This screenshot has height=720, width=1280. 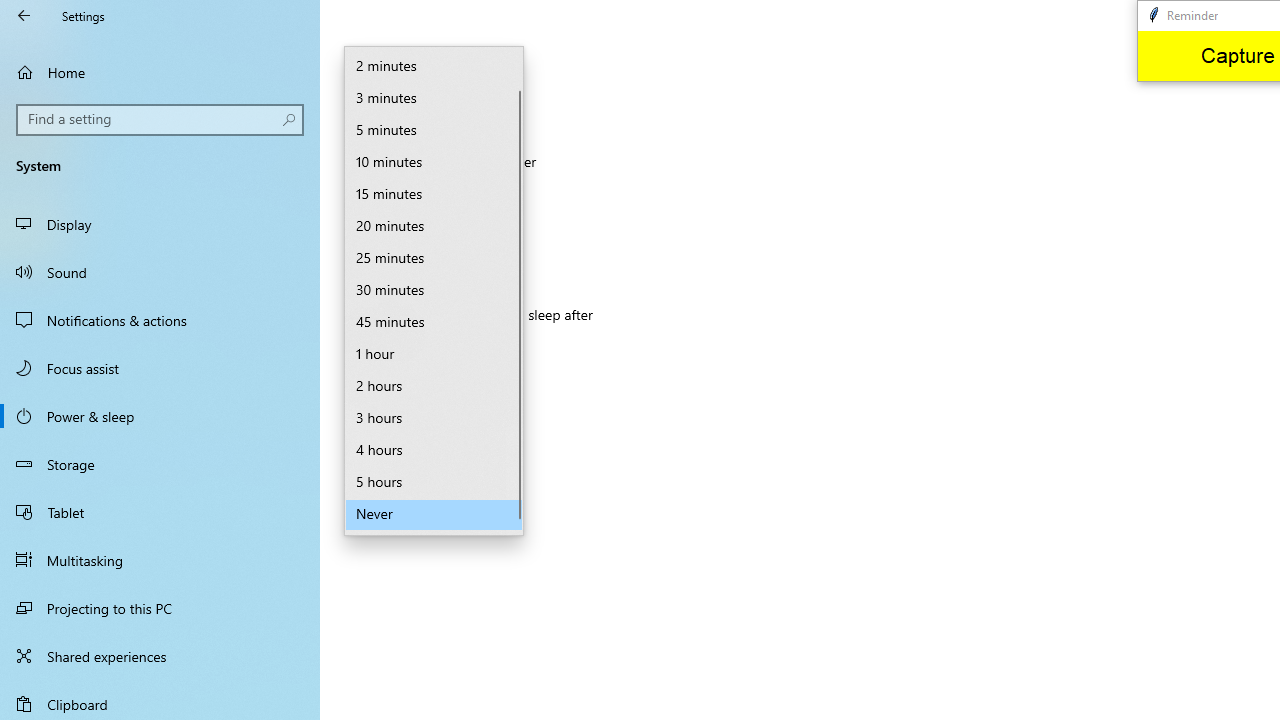 I want to click on '10 minutes', so click(x=433, y=162).